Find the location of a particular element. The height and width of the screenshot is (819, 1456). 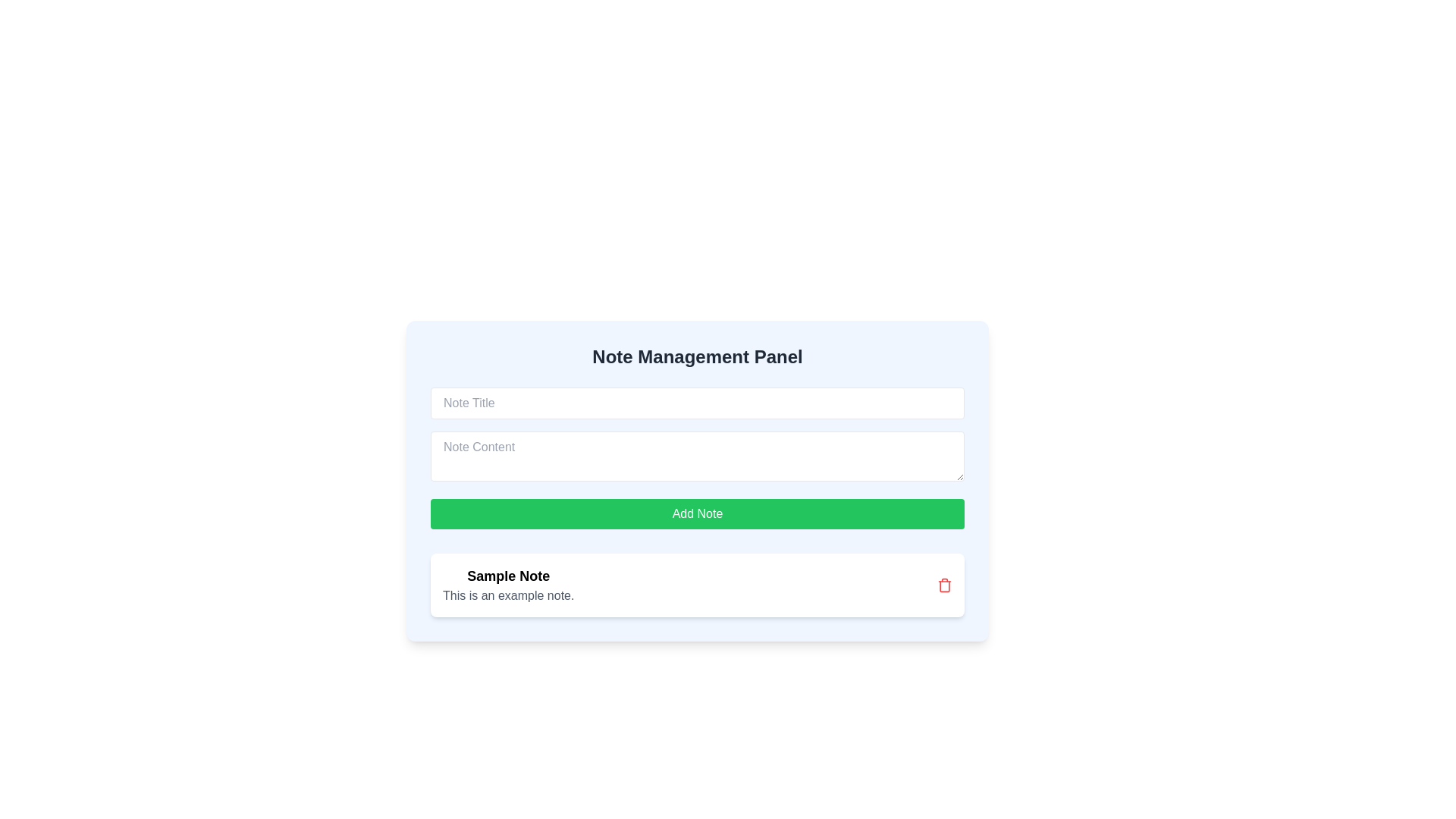

the Text label that provides additional details related to a note, positioned directly below 'Sample Note' is located at coordinates (508, 595).